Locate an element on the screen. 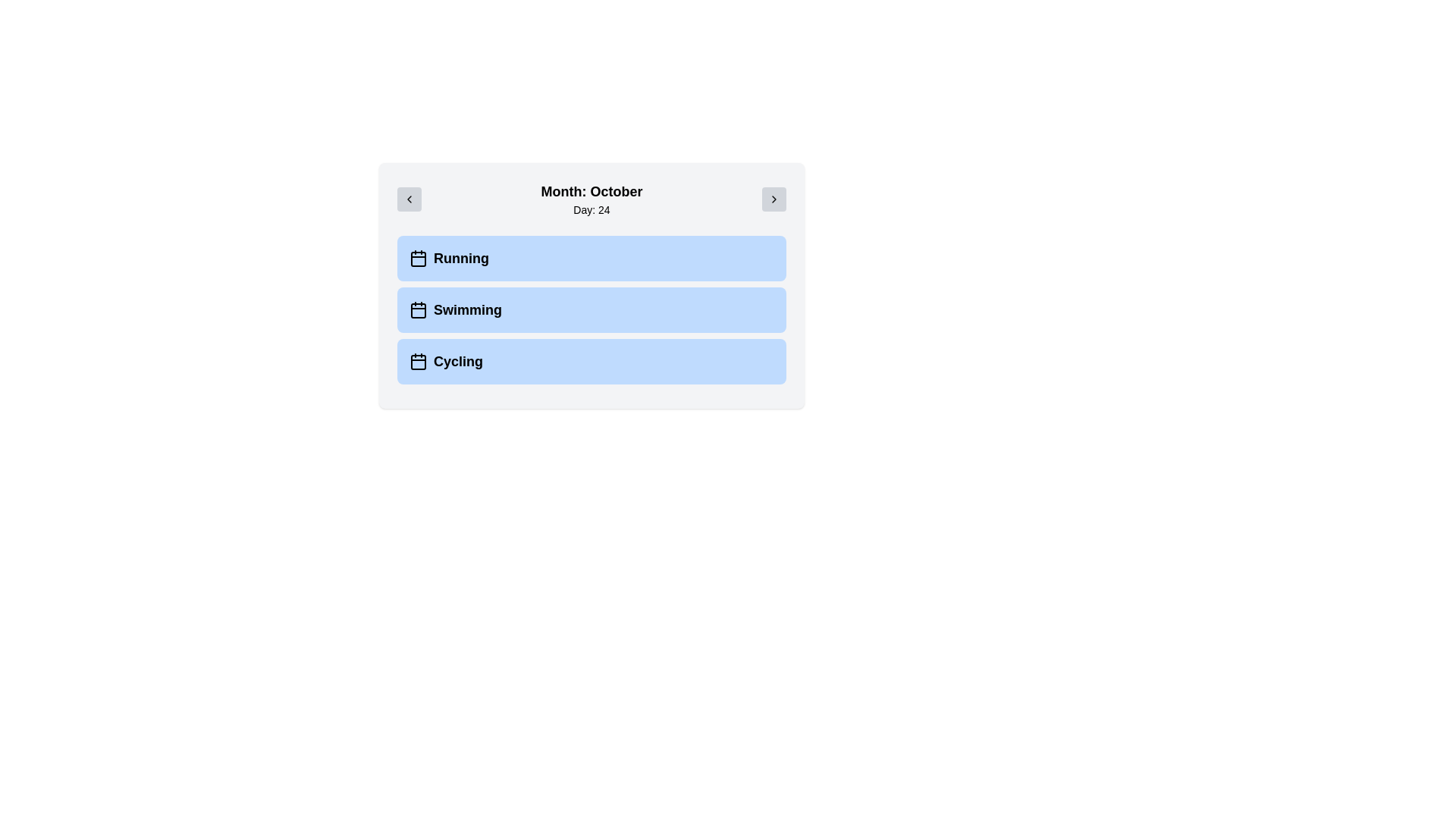 This screenshot has height=819, width=1456. the right-facing chevron icon within the rounded square button adjacent to the 'Month: October' title area is located at coordinates (774, 198).